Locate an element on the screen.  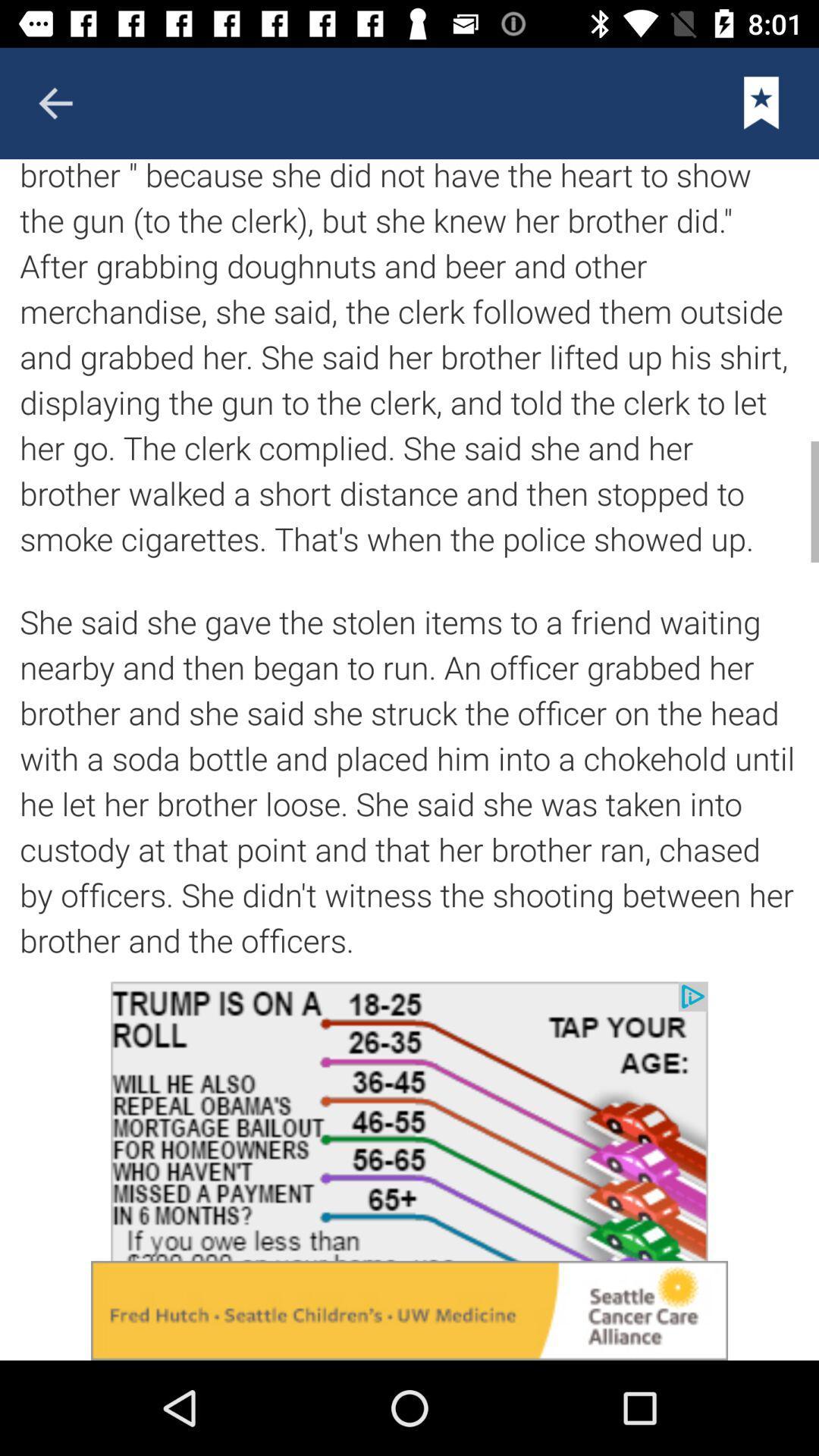
the arrow_backward icon is located at coordinates (55, 102).